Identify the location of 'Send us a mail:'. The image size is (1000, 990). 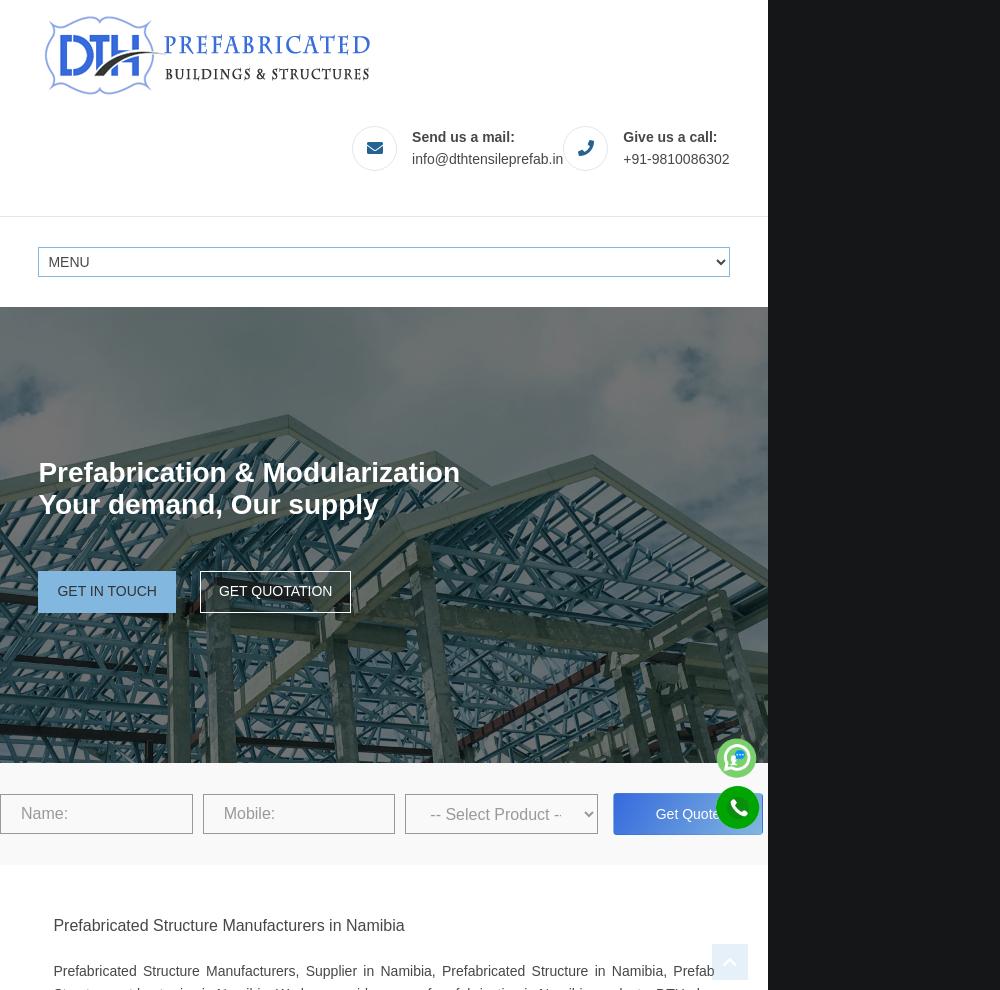
(412, 136).